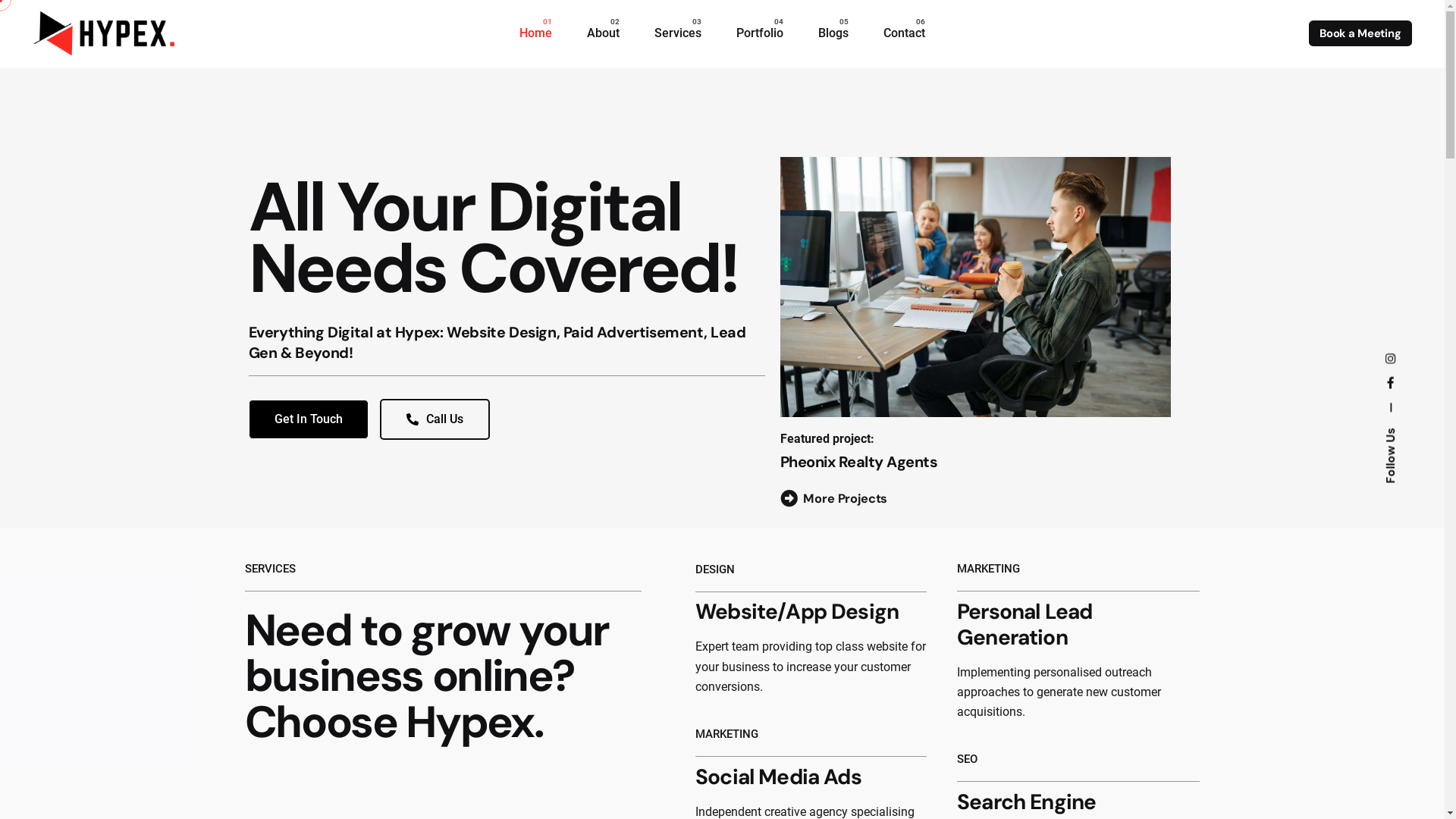  What do you see at coordinates (904, 33) in the screenshot?
I see `'Contact'` at bounding box center [904, 33].